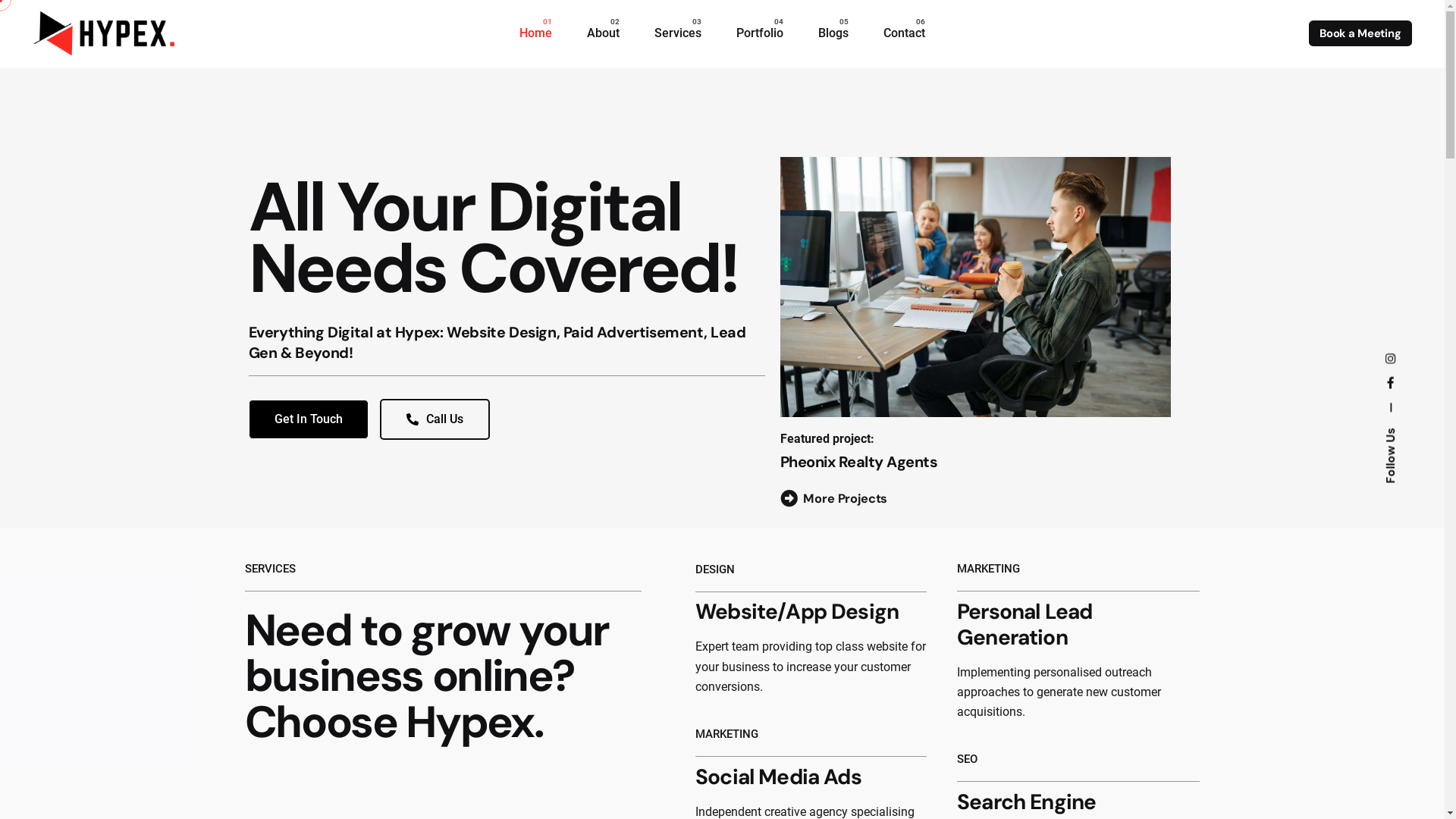  What do you see at coordinates (904, 33) in the screenshot?
I see `'Contact'` at bounding box center [904, 33].